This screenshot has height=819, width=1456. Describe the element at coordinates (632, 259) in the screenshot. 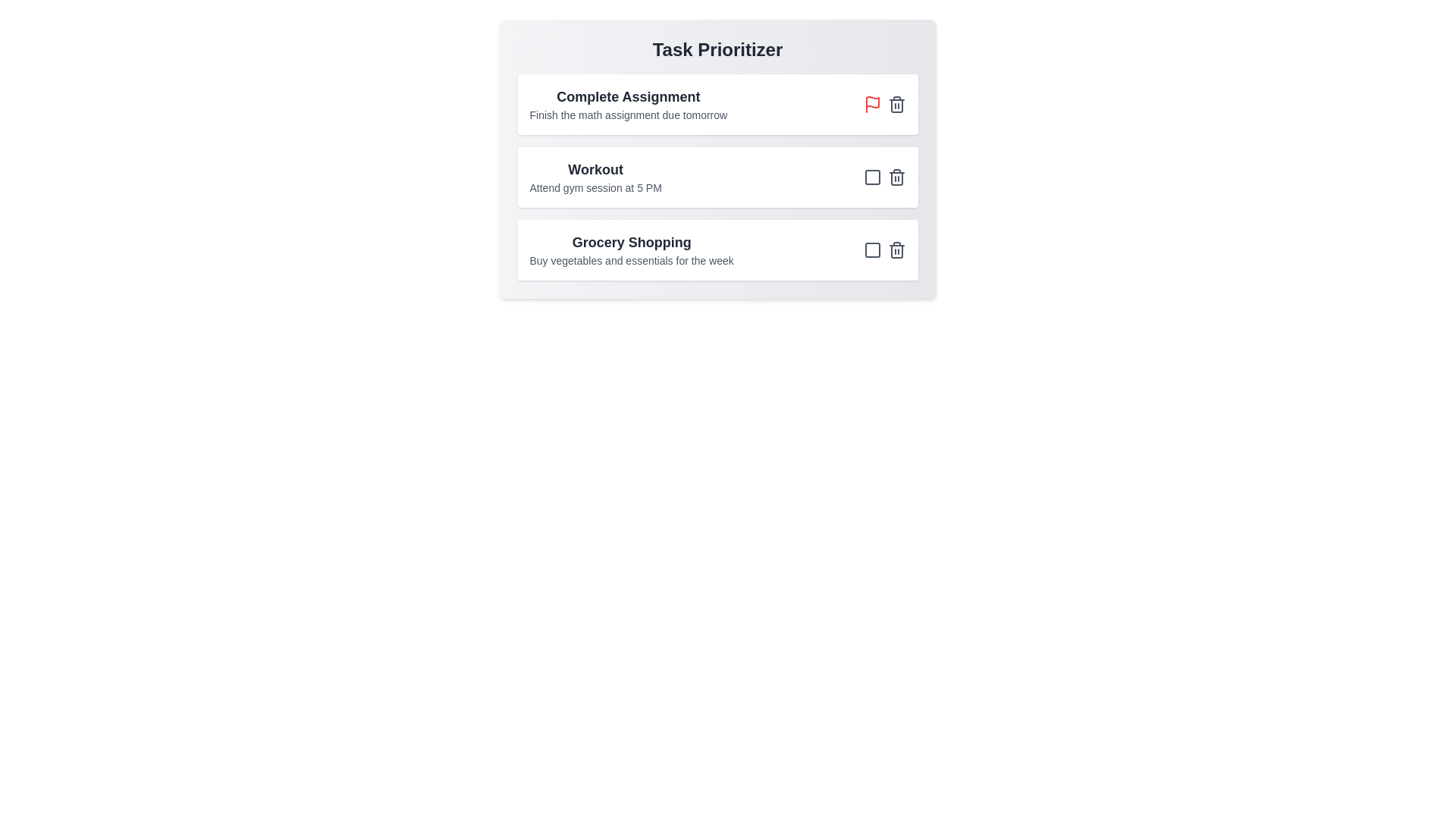

I see `the task description text for Grocery Shopping` at that location.